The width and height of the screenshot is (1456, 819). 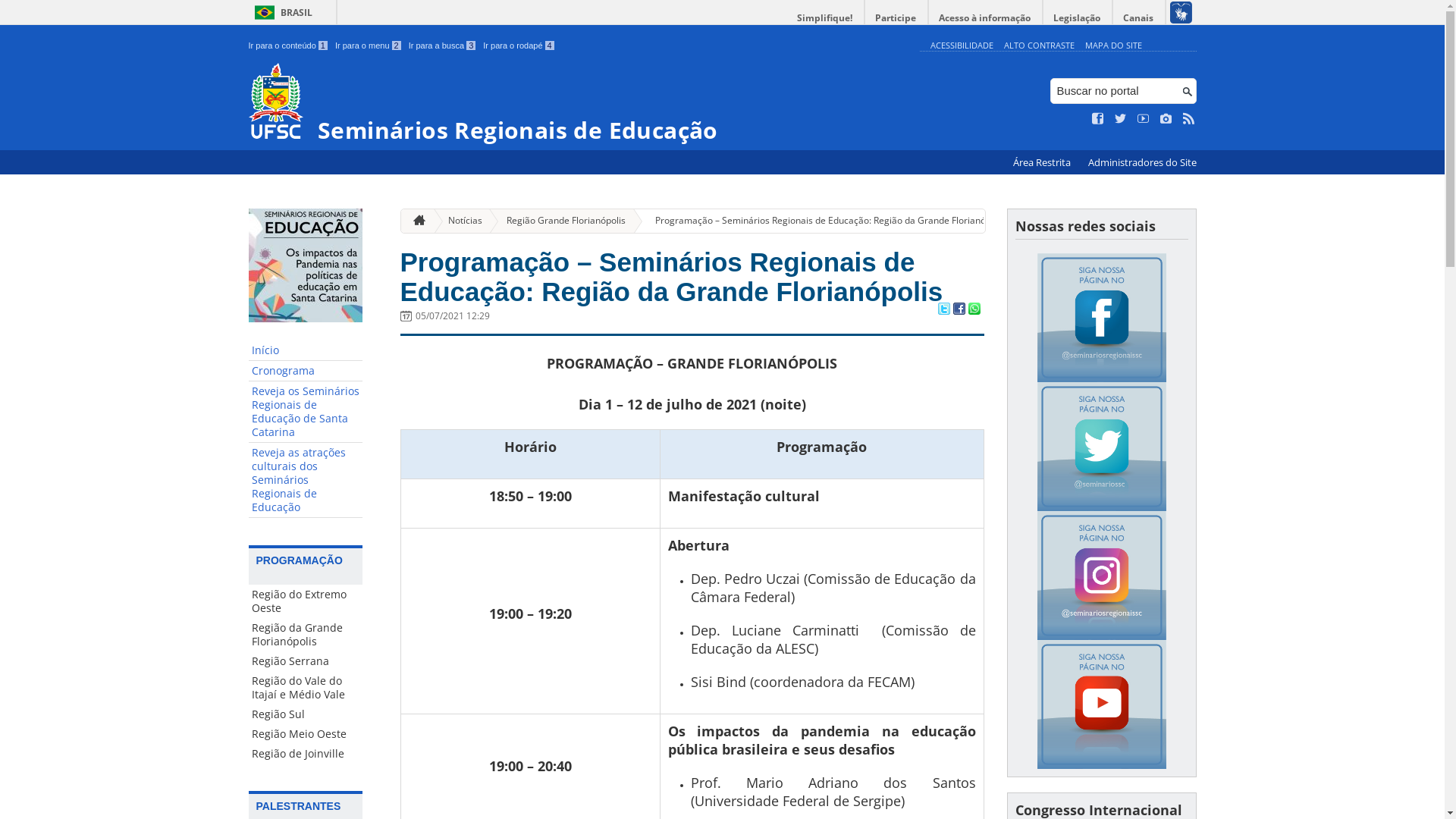 What do you see at coordinates (1121, 118) in the screenshot?
I see `'Siga no Twitter'` at bounding box center [1121, 118].